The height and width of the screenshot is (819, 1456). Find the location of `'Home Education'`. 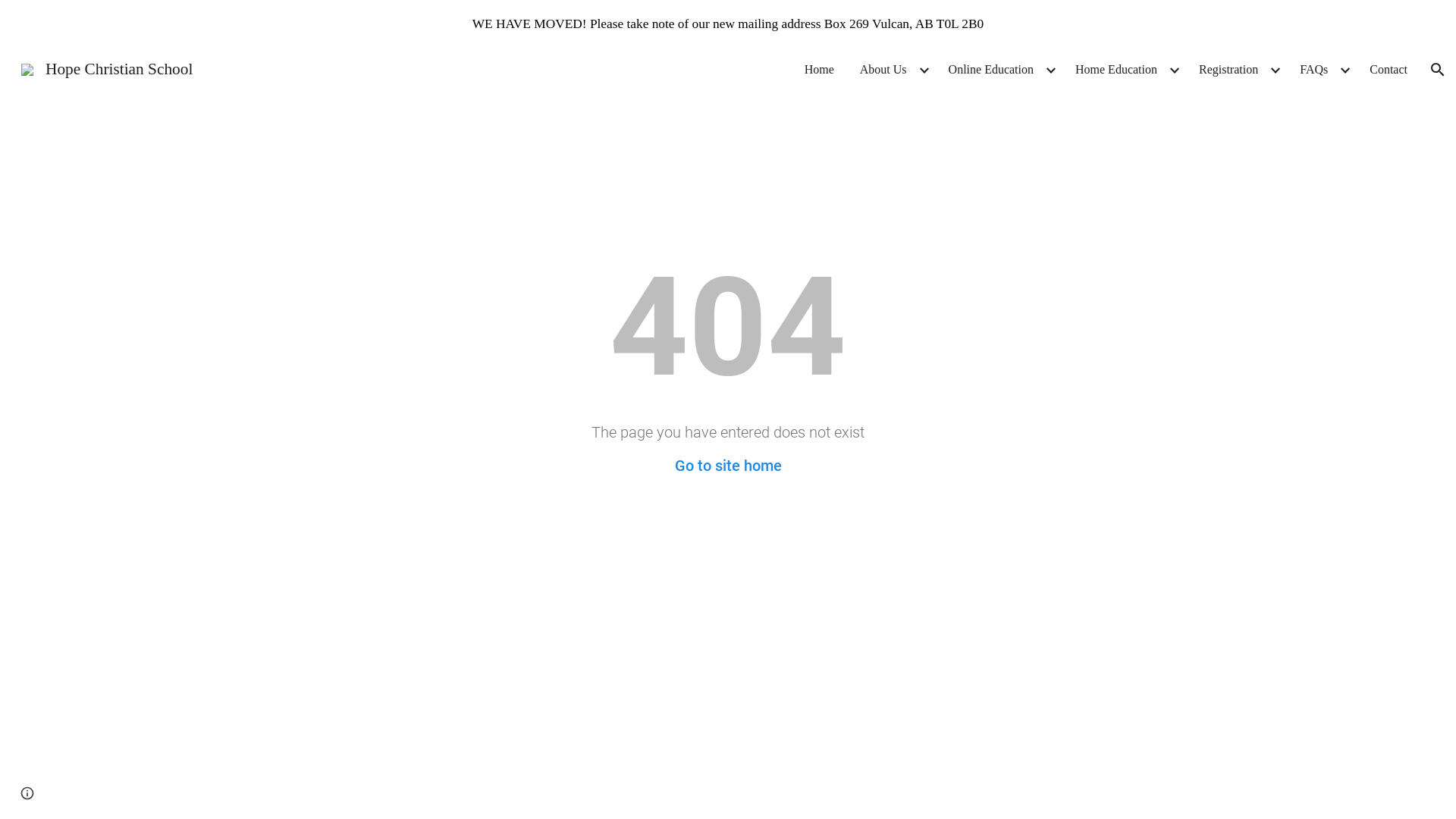

'Home Education' is located at coordinates (1116, 70).